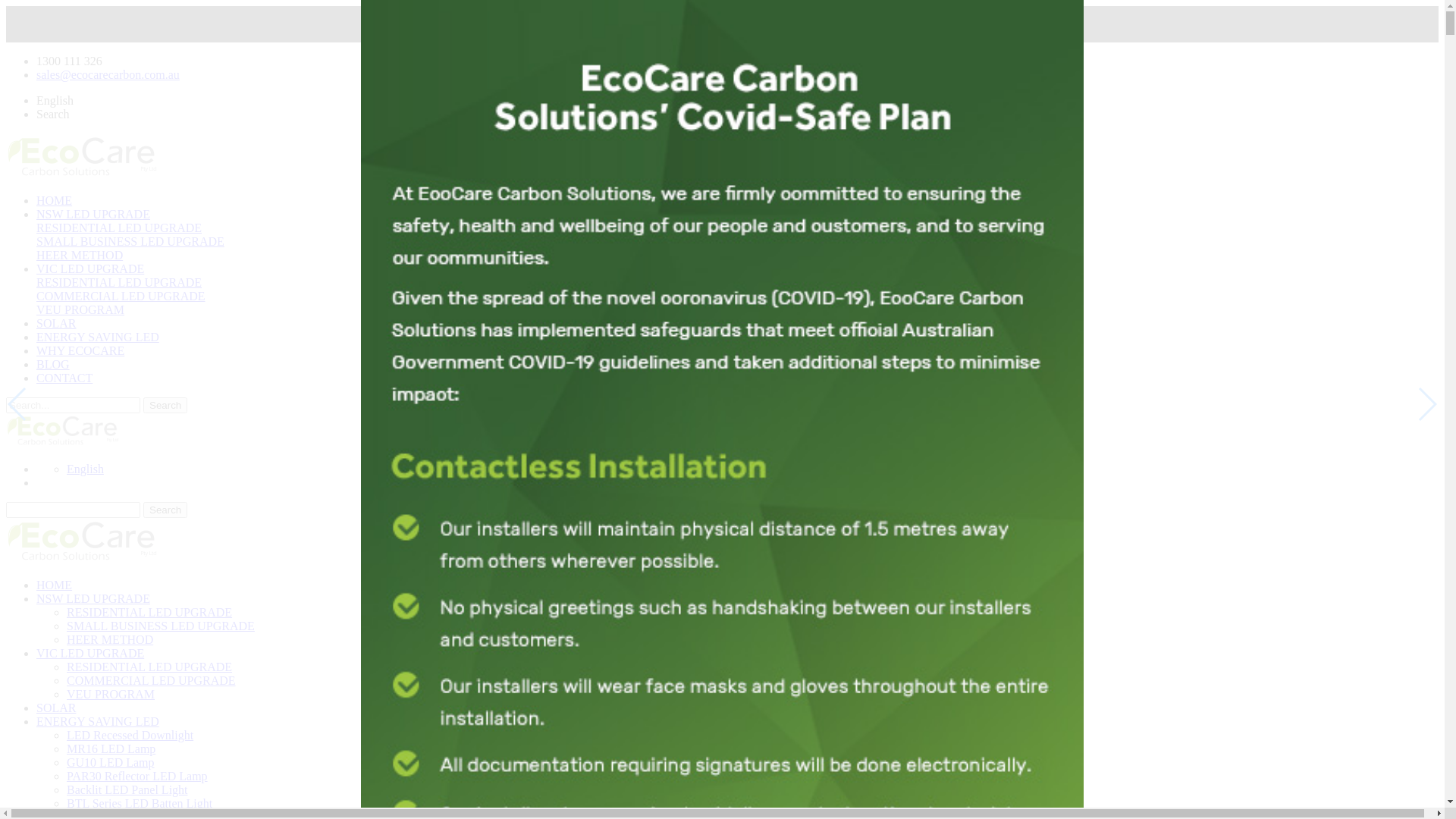  I want to click on 'BTL Series LED Batten Light', so click(139, 802).